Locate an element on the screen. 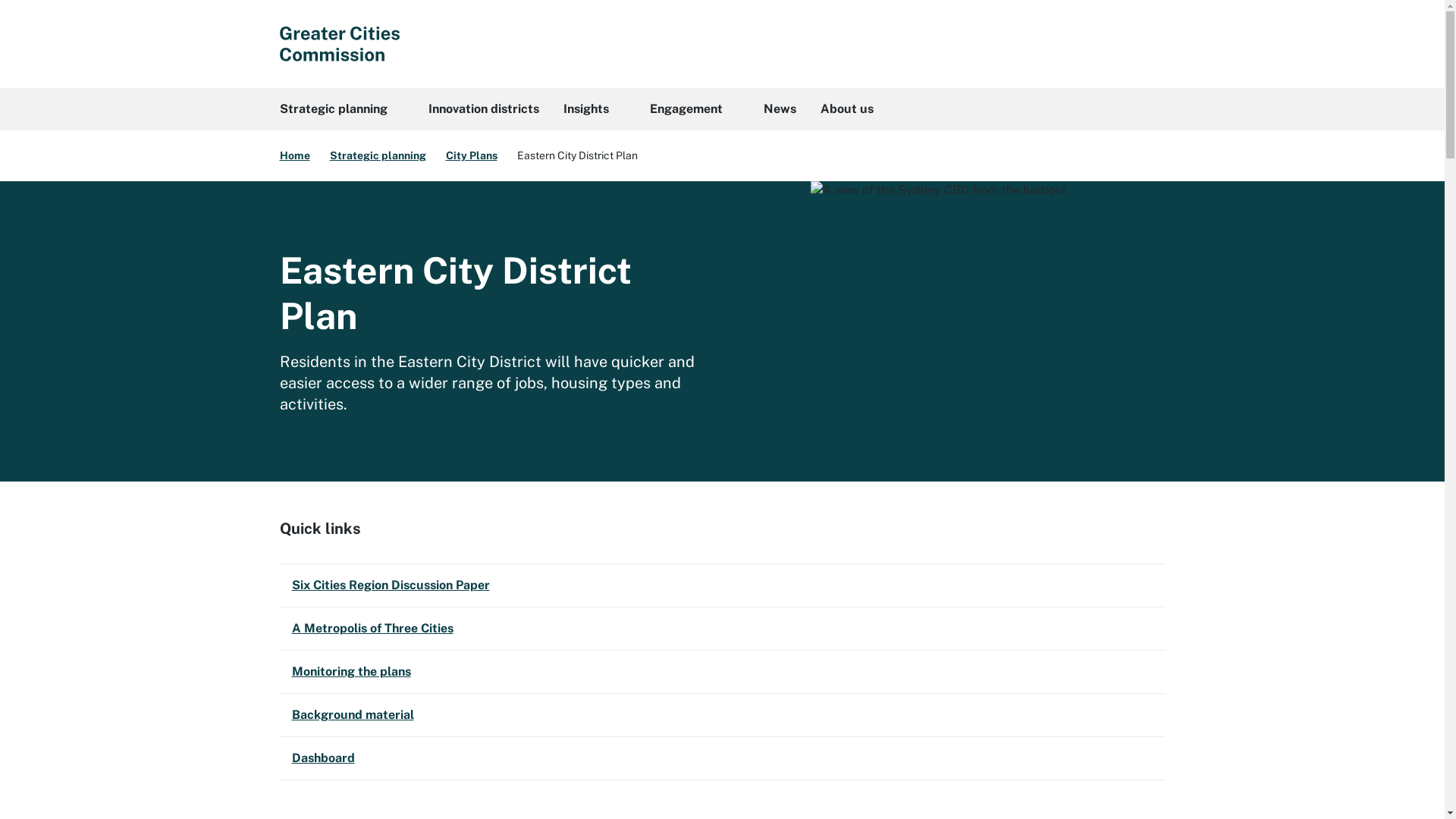 This screenshot has height=819, width=1456. 'Skip to main content' is located at coordinates (0, 0).